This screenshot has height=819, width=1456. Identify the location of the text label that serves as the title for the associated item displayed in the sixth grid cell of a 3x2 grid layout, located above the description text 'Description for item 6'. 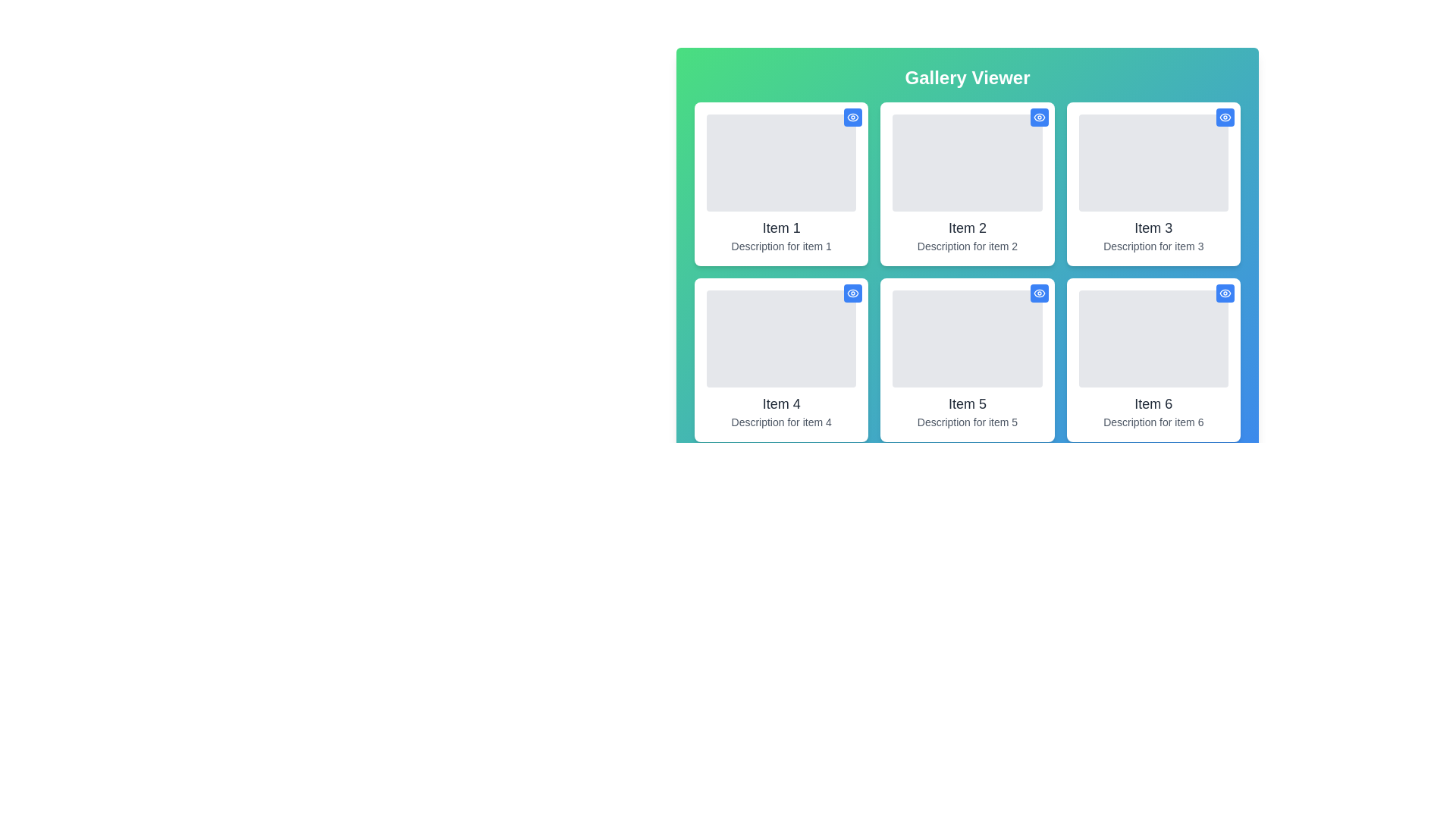
(1153, 403).